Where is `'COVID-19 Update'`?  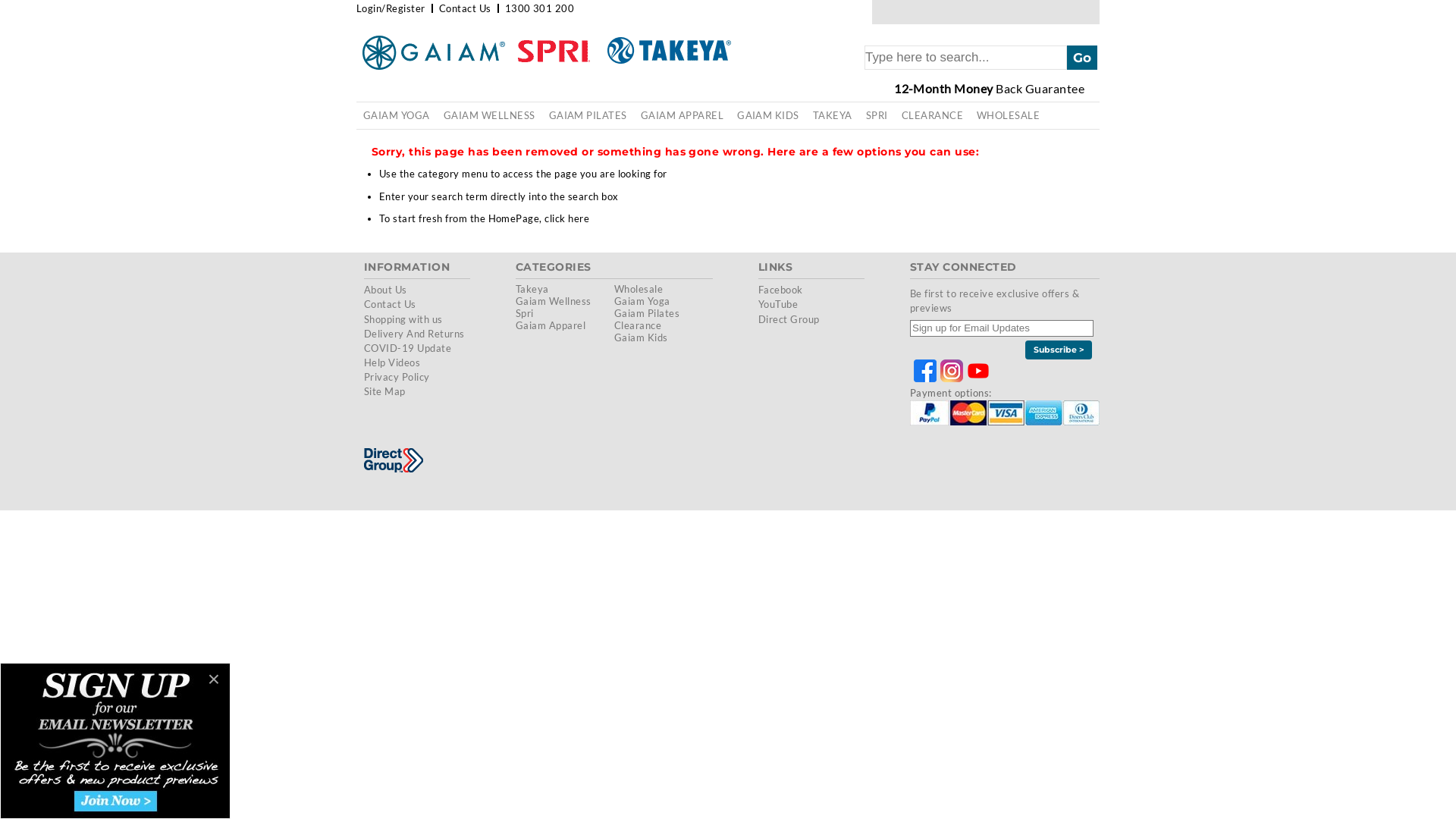
'COVID-19 Update' is located at coordinates (407, 348).